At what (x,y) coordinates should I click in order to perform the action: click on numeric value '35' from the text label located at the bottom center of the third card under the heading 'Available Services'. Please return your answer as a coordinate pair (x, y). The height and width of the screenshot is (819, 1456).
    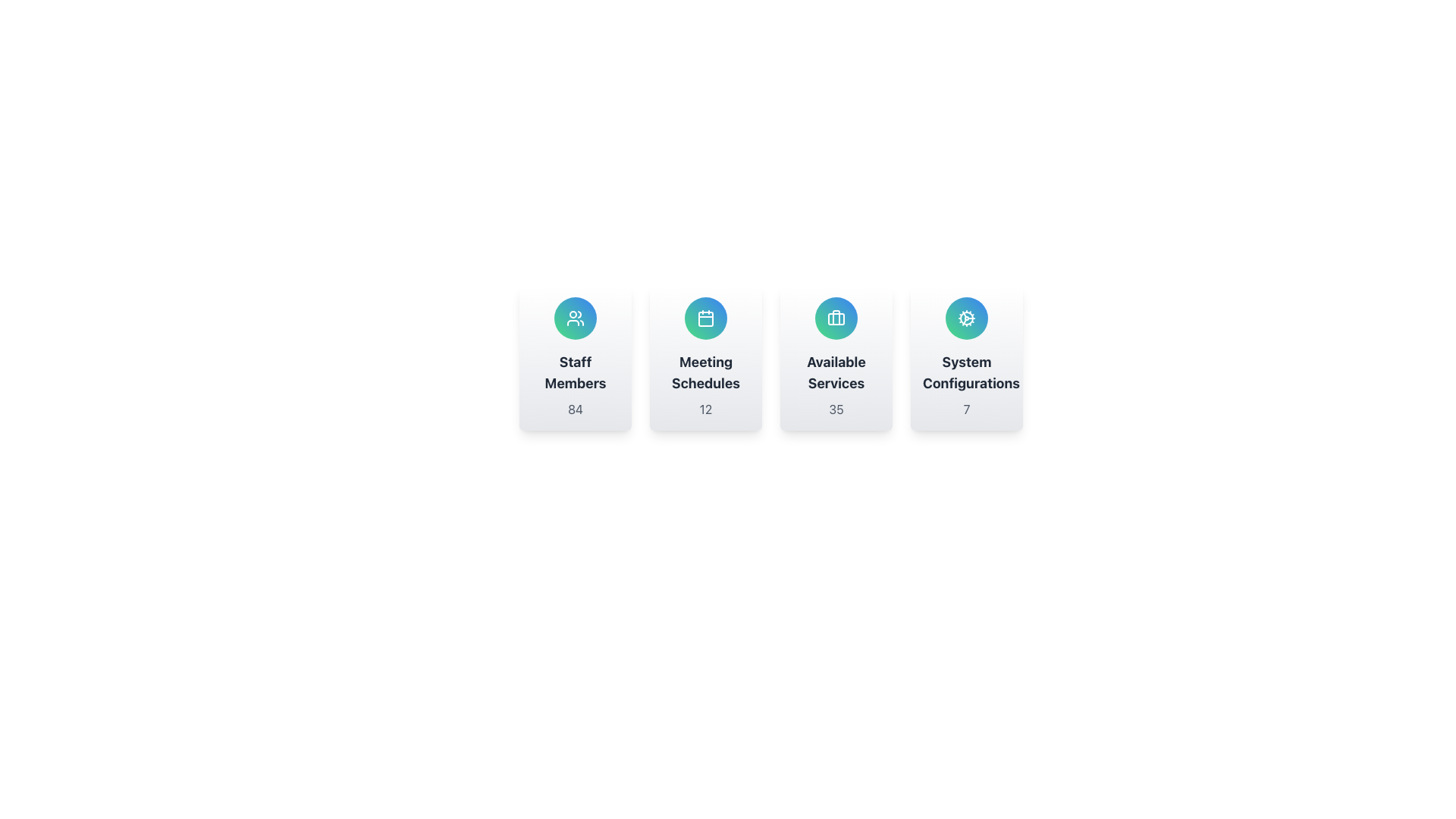
    Looking at the image, I should click on (836, 409).